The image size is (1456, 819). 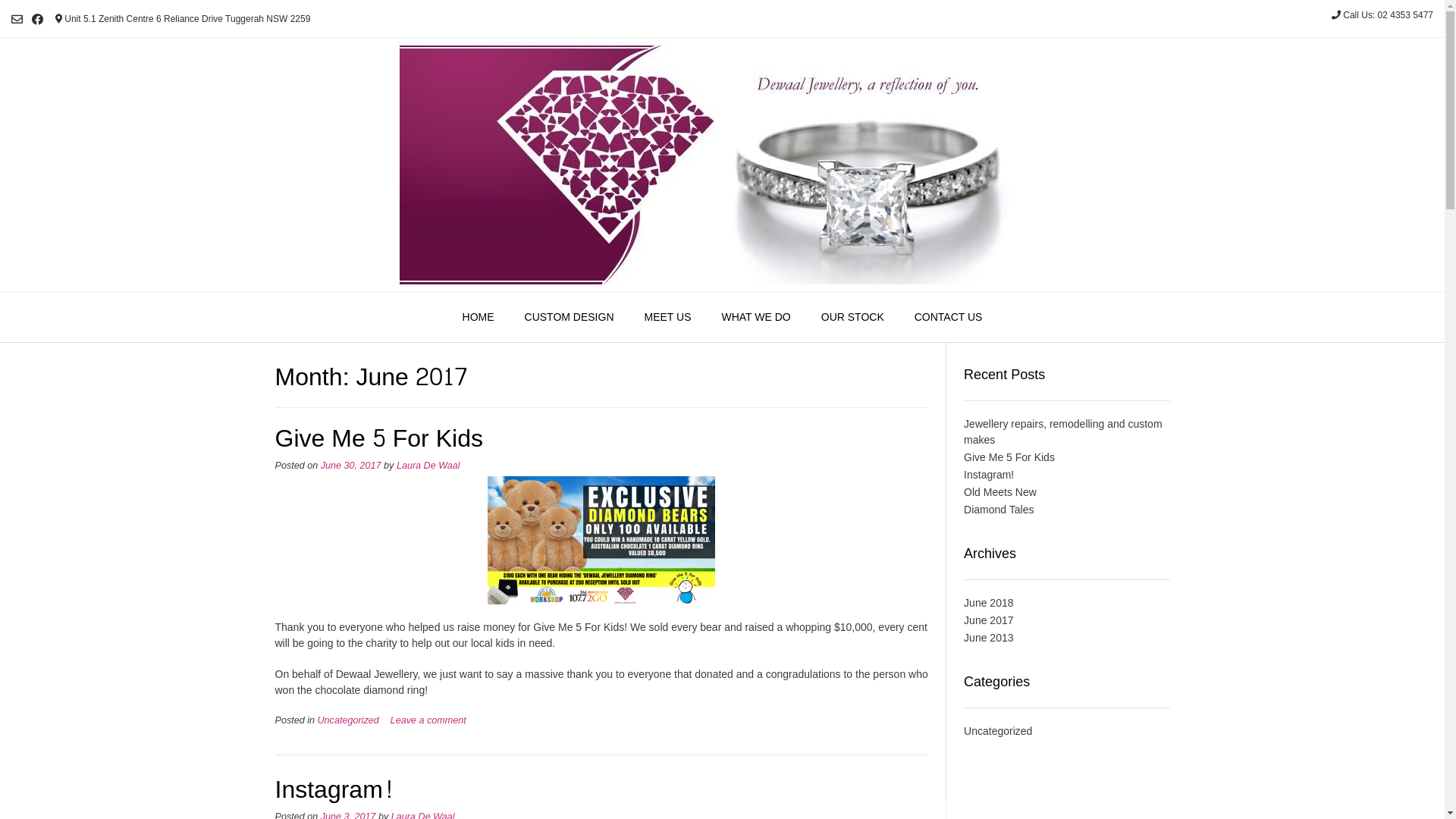 I want to click on 'June 2018', so click(x=988, y=601).